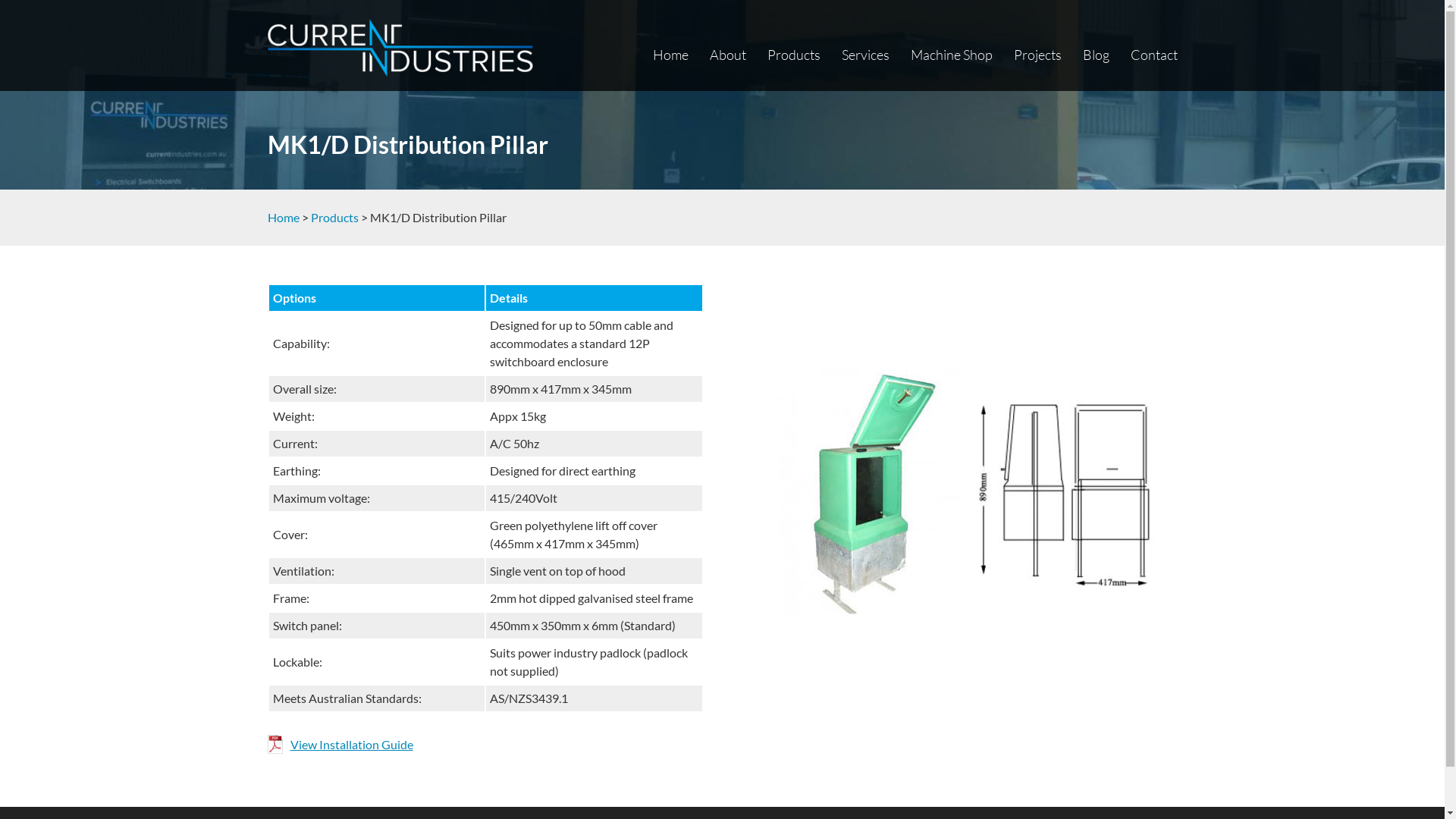 This screenshot has width=1456, height=819. I want to click on 'Products', so click(309, 217).